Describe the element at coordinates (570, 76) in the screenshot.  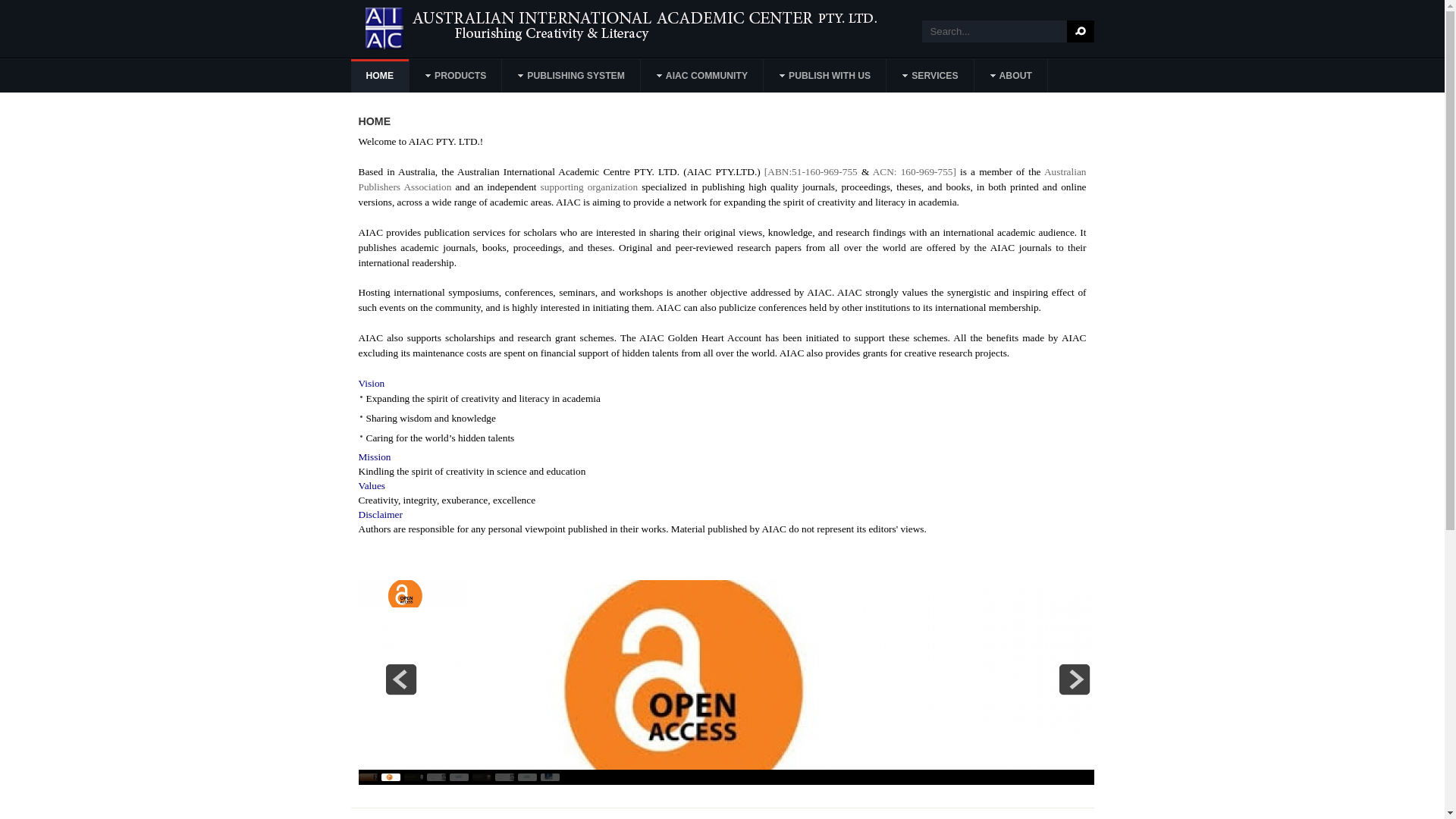
I see `'PUBLISHING SYSTEM'` at that location.